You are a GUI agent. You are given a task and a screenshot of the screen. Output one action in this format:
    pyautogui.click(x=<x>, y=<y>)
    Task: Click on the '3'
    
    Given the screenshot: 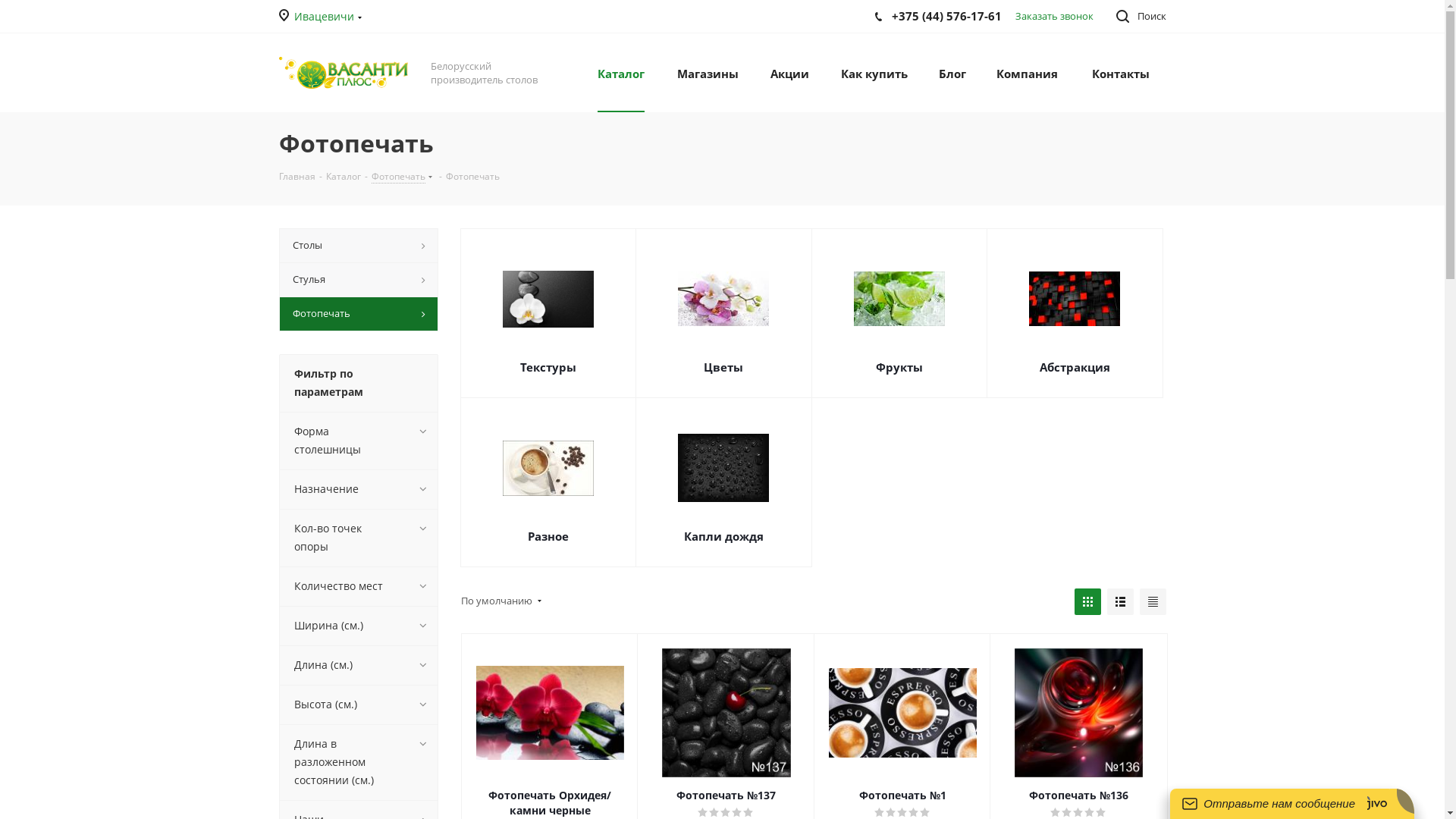 What is the action you would take?
    pyautogui.click(x=1078, y=812)
    